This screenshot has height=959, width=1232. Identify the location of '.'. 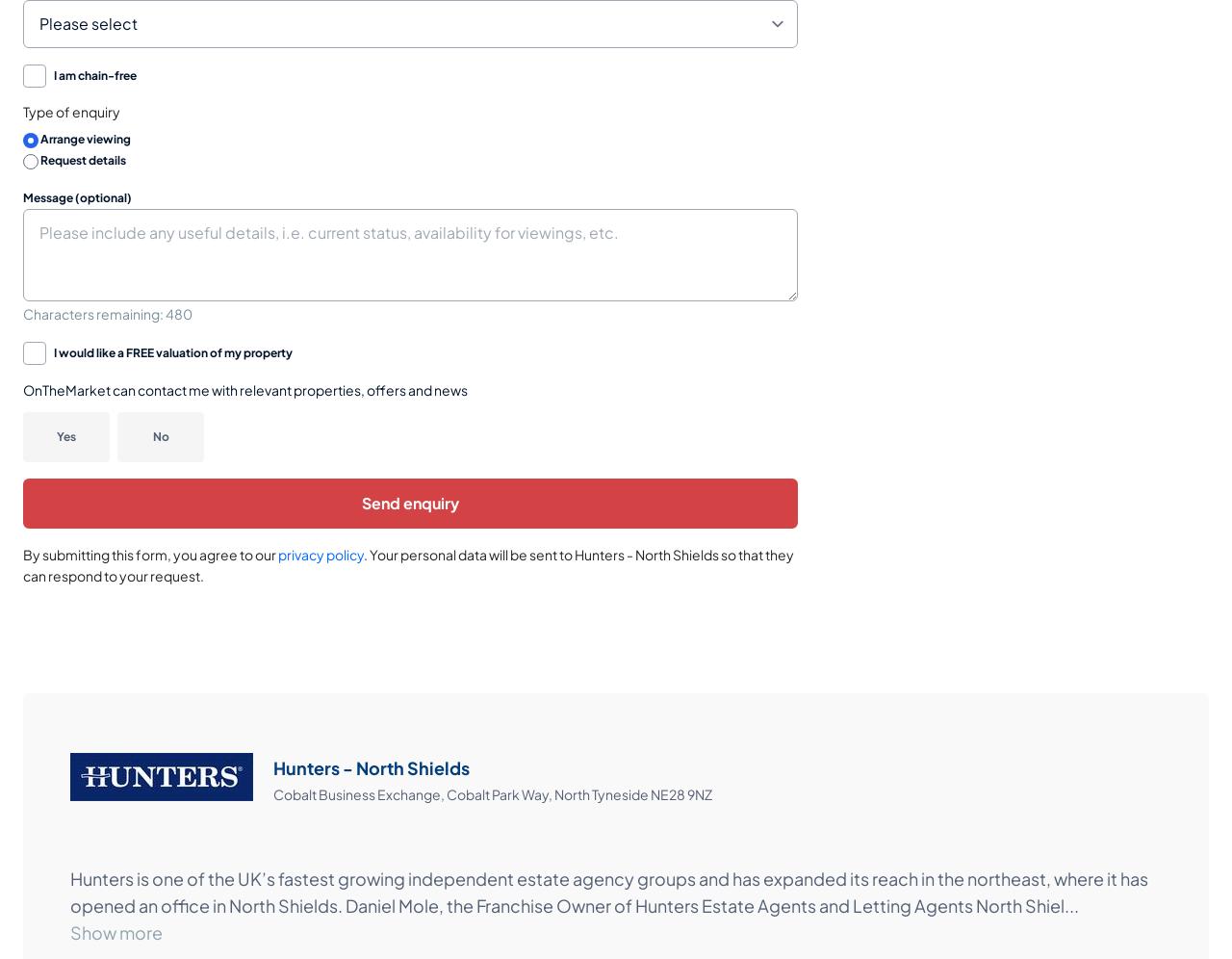
(366, 552).